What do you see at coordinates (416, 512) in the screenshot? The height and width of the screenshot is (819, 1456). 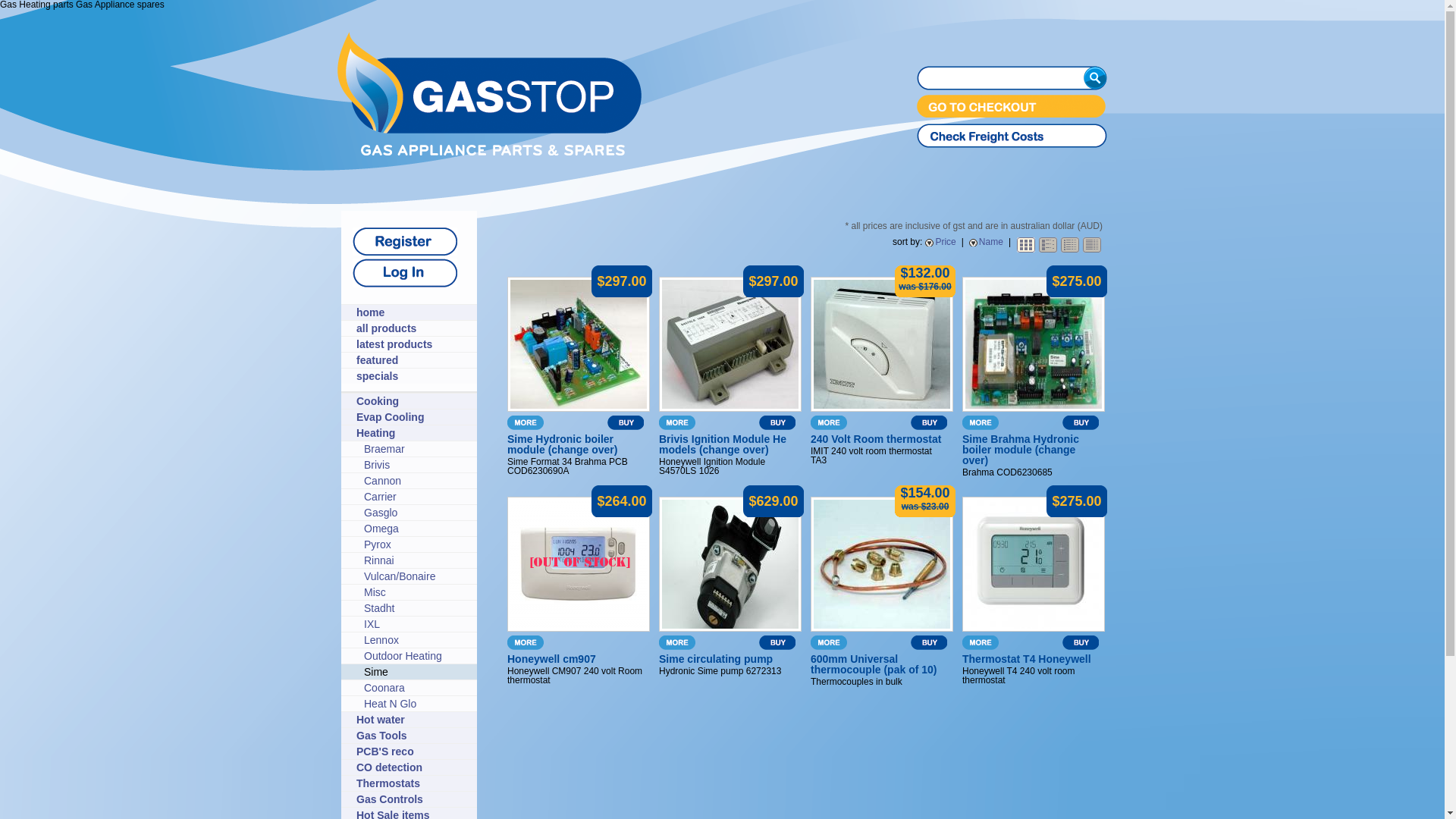 I see `'Gasglo'` at bounding box center [416, 512].